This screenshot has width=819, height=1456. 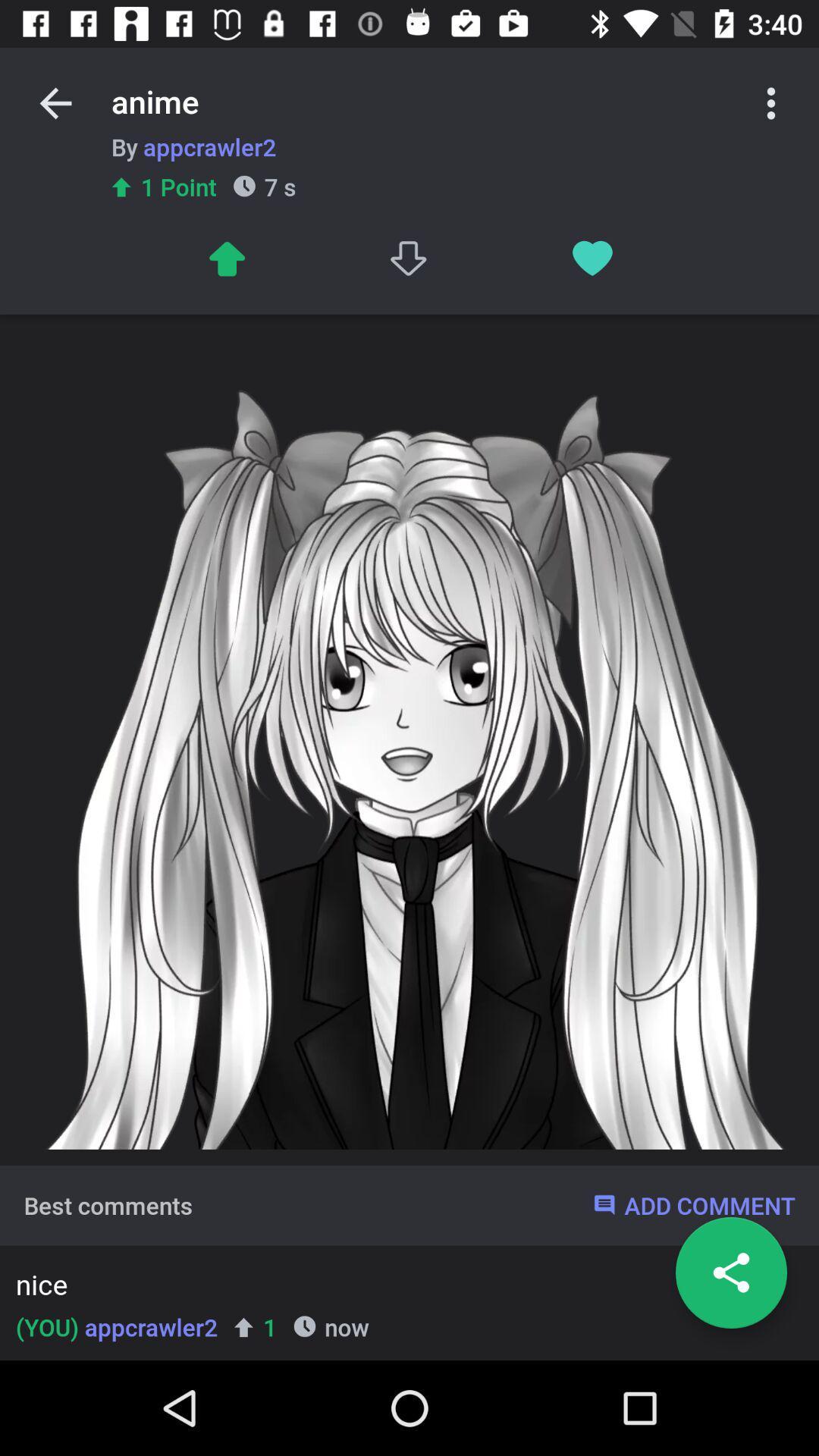 I want to click on like post, so click(x=591, y=259).